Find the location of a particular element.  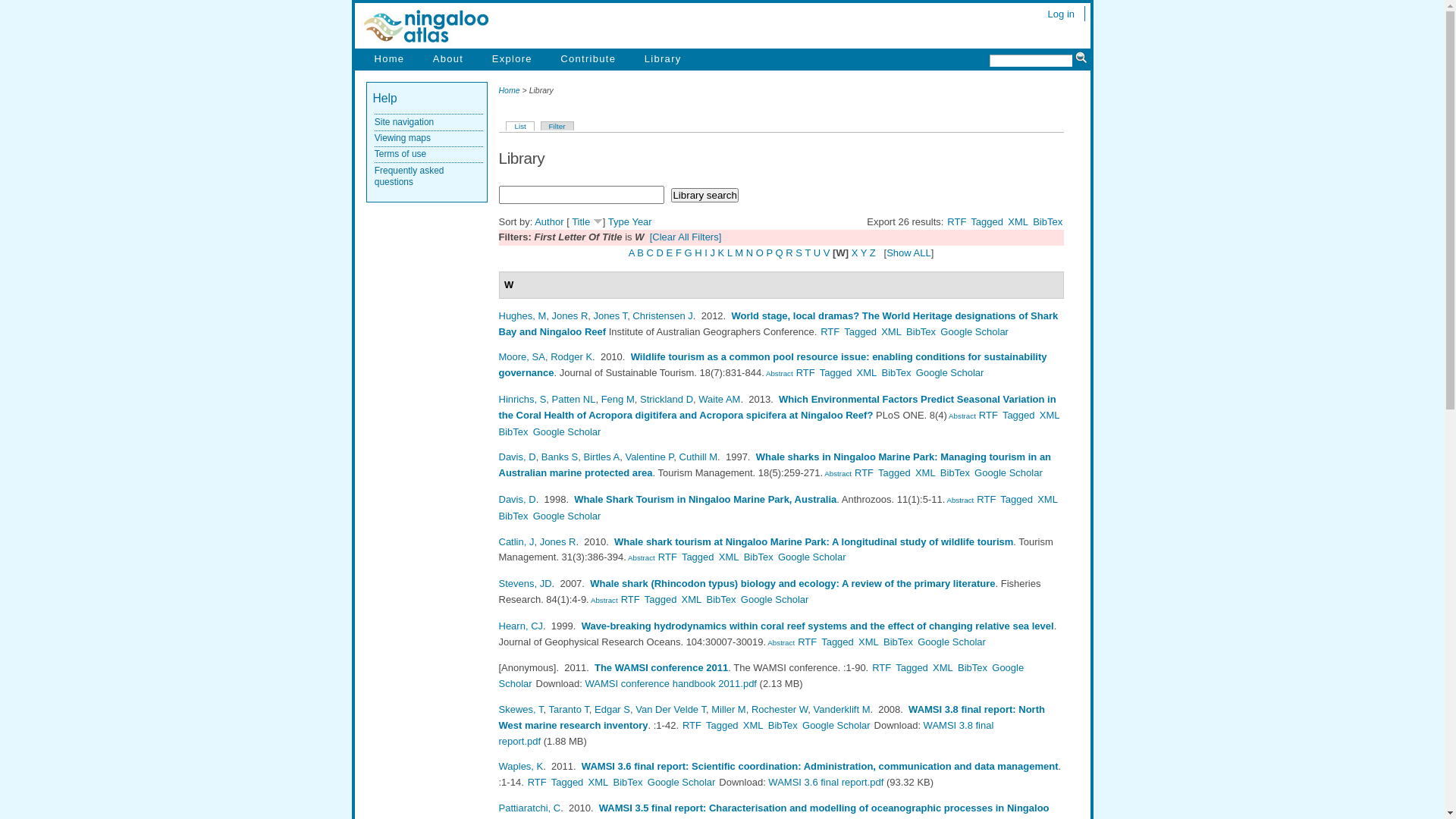

'Vanderklift M' is located at coordinates (841, 709).